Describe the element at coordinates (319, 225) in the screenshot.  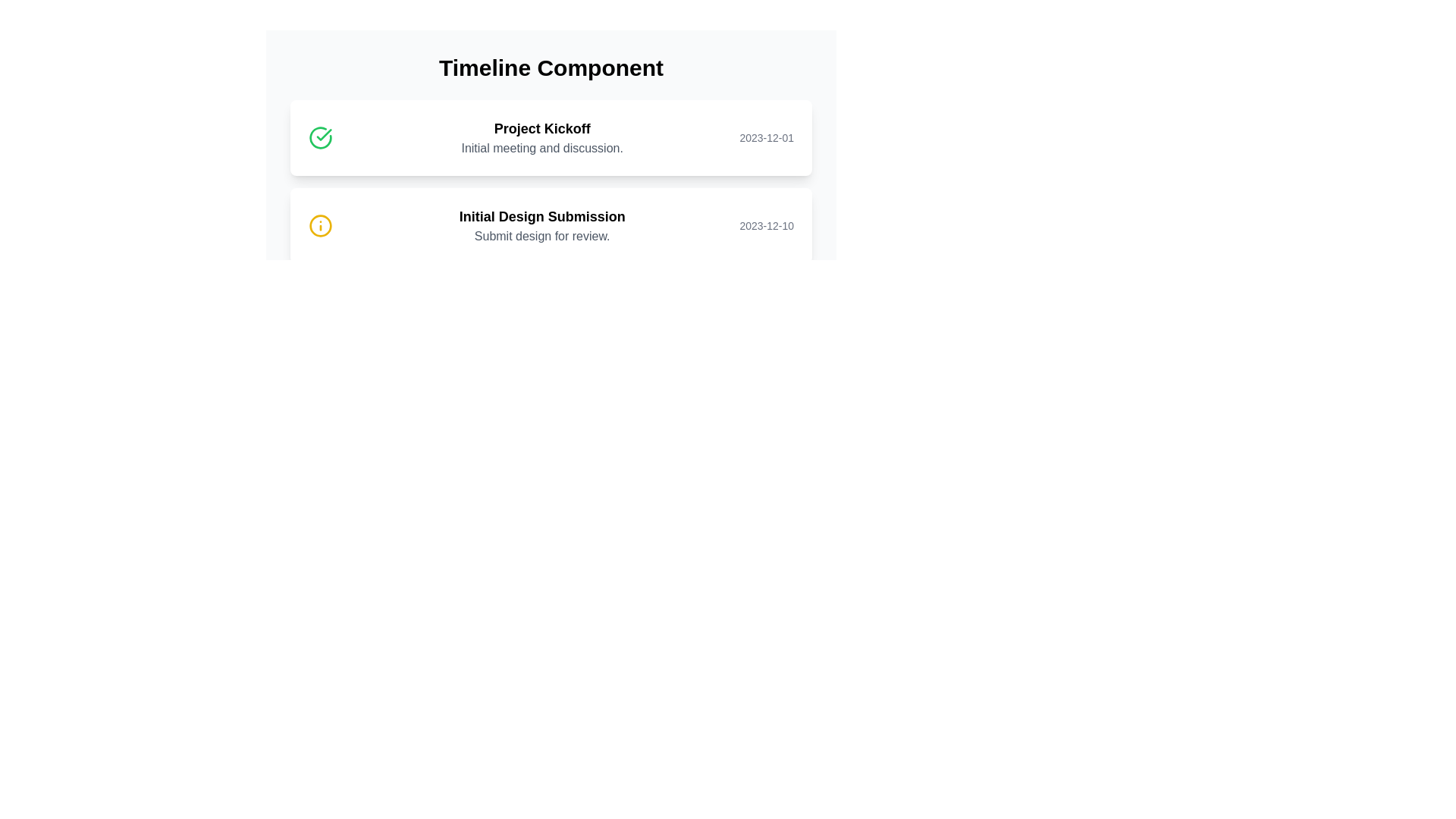
I see `the graphical circle that indicates information or status within the timeline entry for 'Initial Design Submission', located in the yellow icon with an information symbol` at that location.